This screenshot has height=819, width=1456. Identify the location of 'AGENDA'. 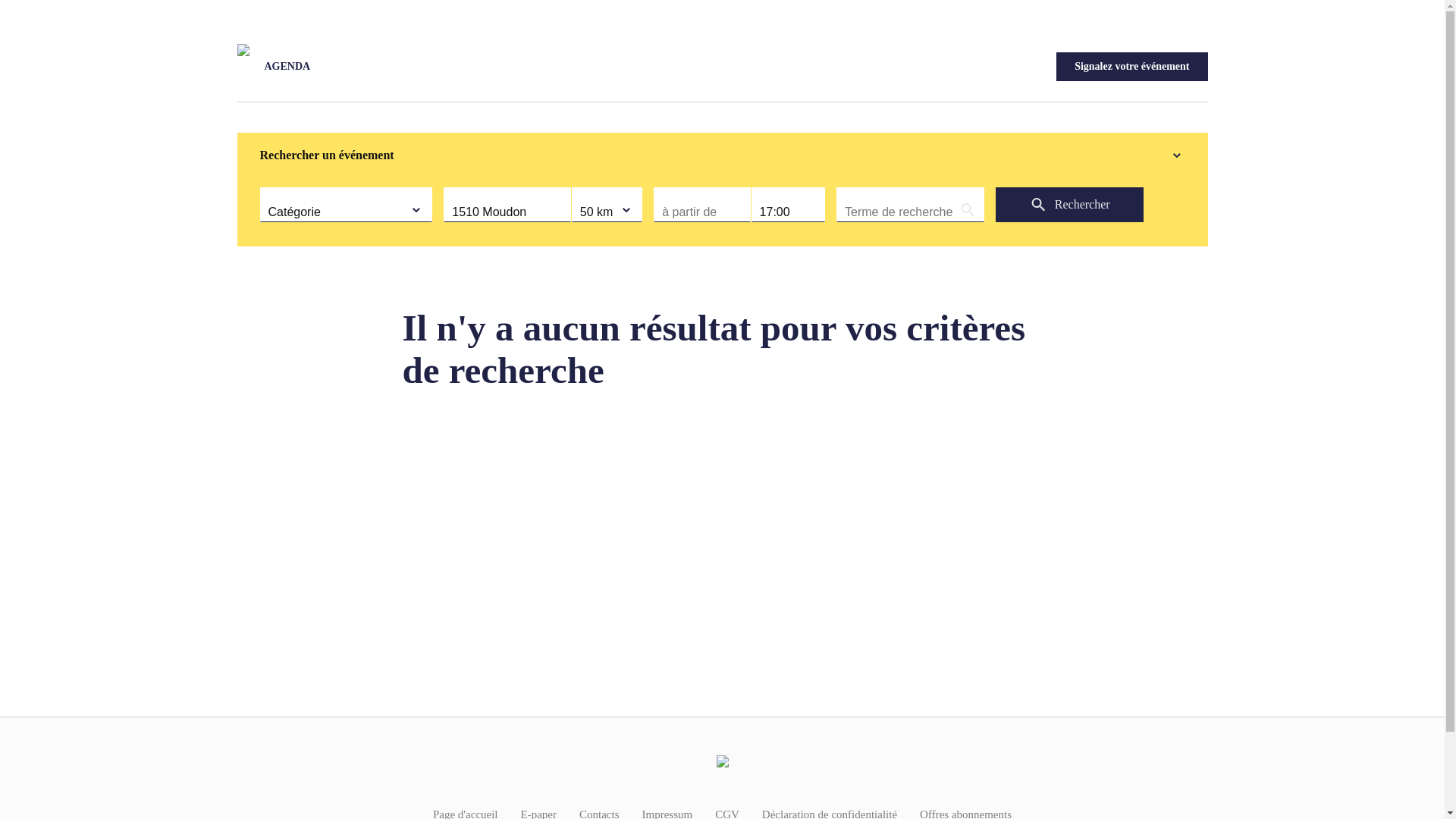
(287, 66).